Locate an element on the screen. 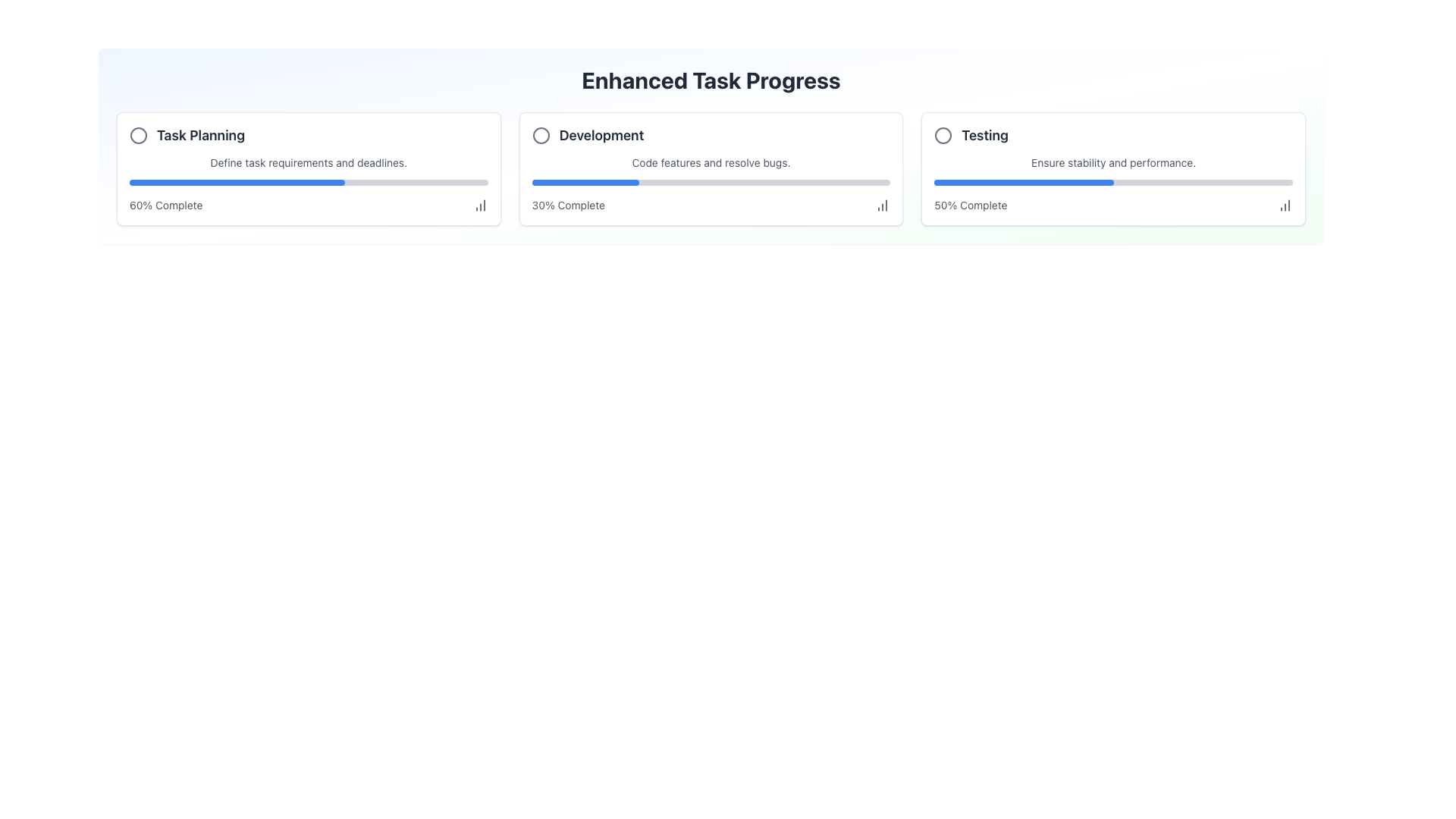  the progress bar segment indicating 30% completion in the Development section is located at coordinates (585, 181).